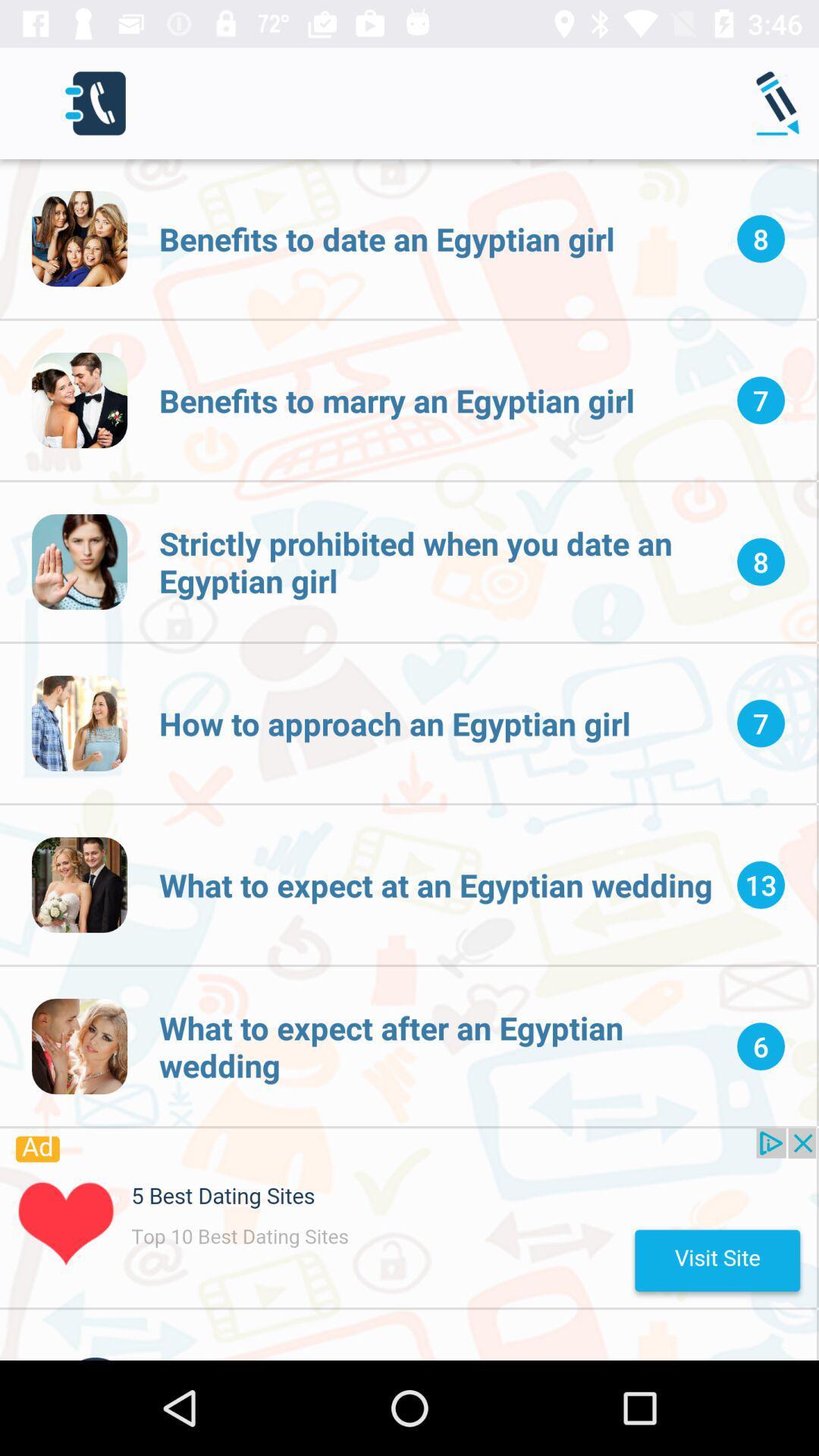 Image resolution: width=819 pixels, height=1456 pixels. I want to click on the first image of the page, so click(79, 238).